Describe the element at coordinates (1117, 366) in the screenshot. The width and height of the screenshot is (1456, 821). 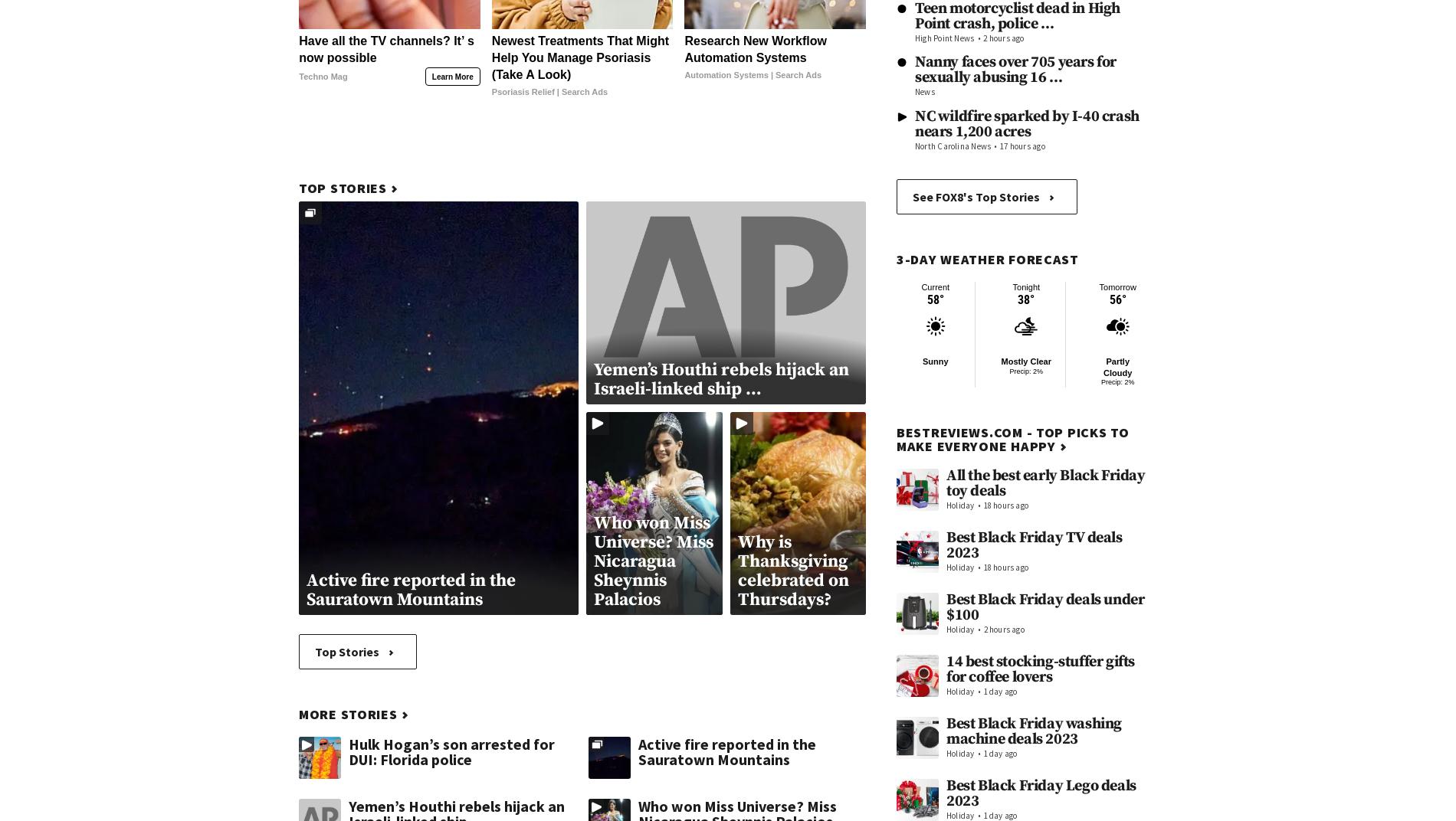
I see `'Partly Cloudy'` at that location.